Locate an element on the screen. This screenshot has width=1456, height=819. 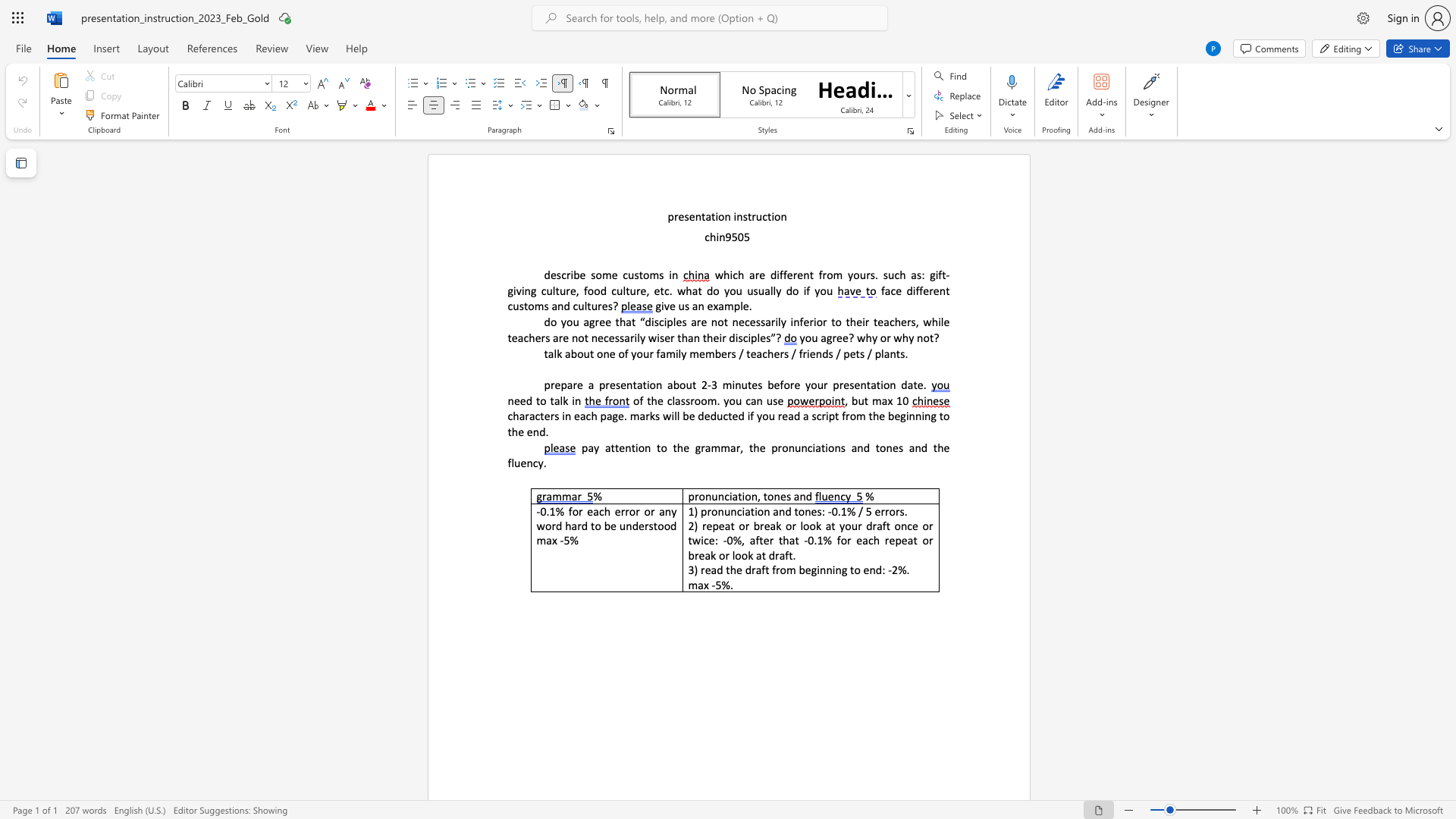
the subset text "need" within the text "need to talk in" is located at coordinates (507, 400).